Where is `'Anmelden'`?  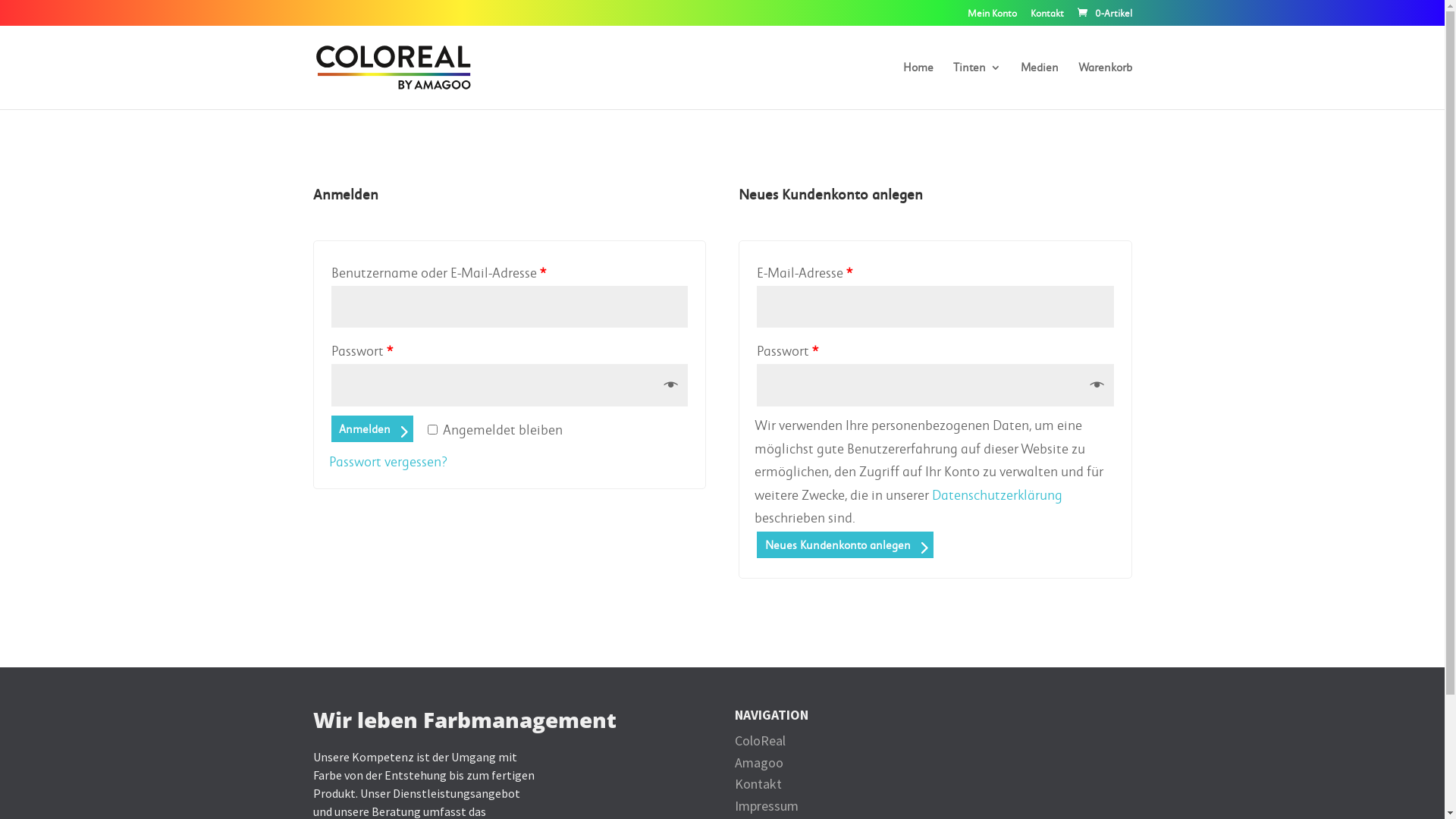
'Anmelden' is located at coordinates (372, 428).